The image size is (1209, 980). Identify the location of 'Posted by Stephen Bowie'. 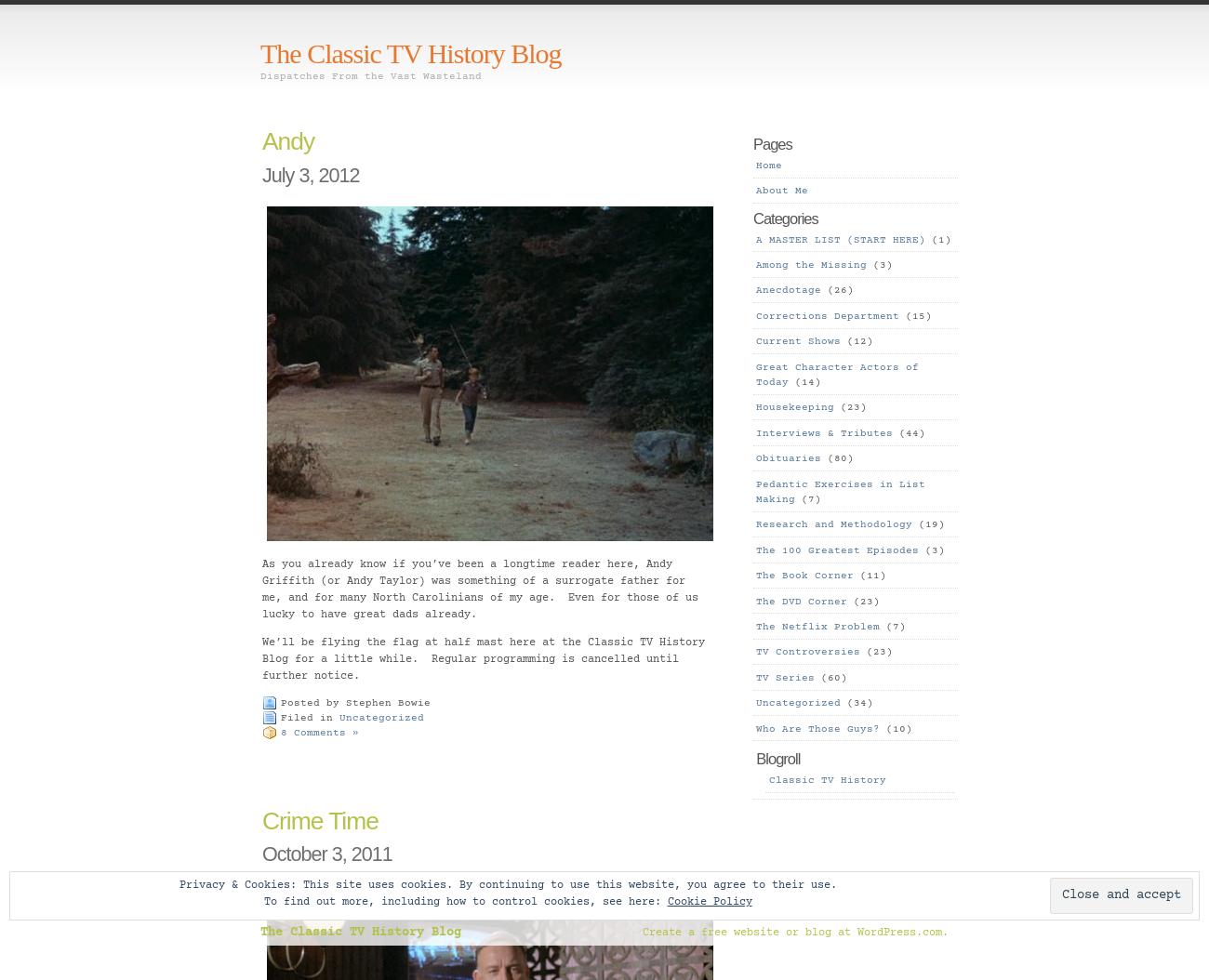
(280, 703).